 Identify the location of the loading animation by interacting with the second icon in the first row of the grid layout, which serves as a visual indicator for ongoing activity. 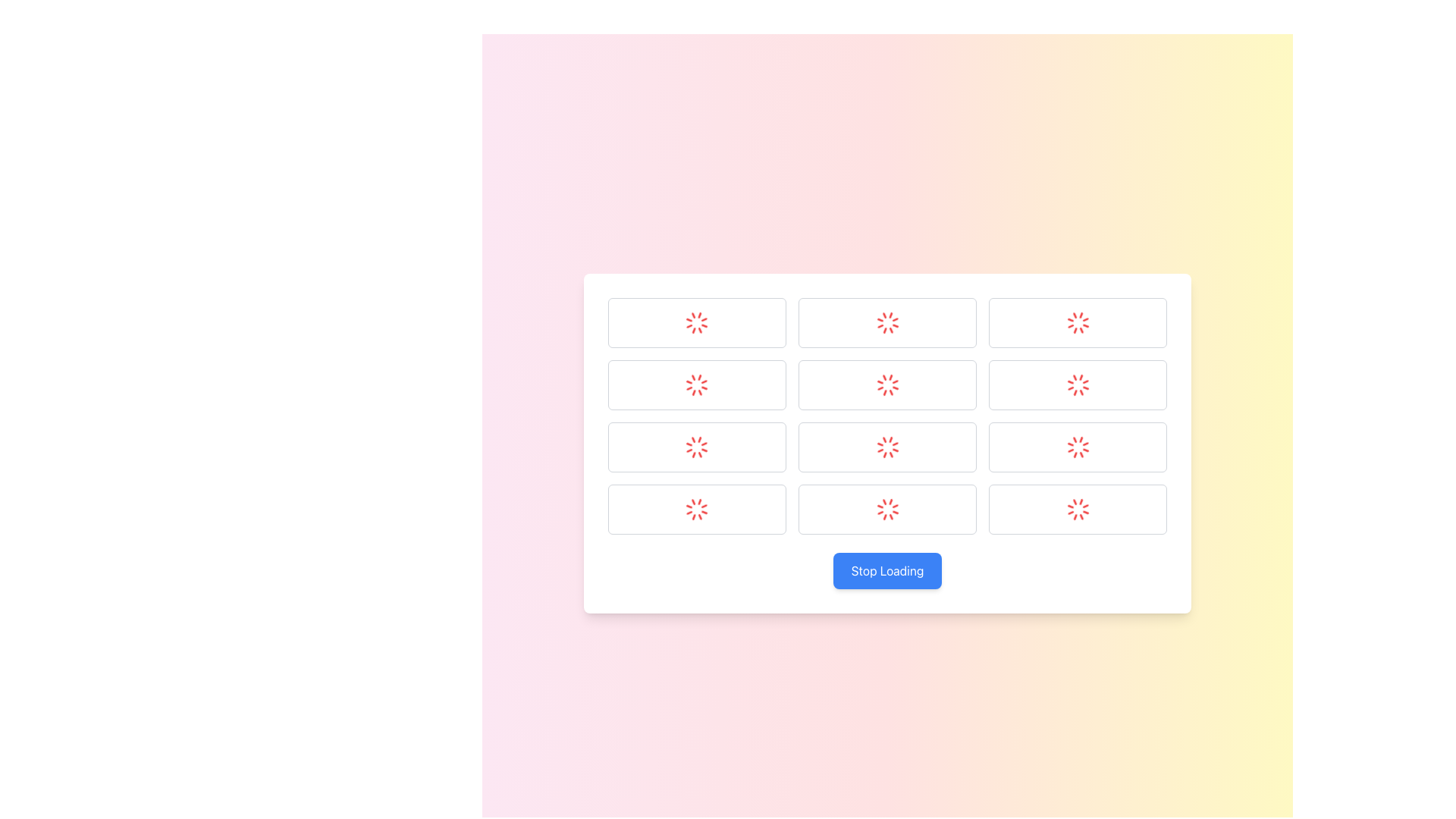
(887, 322).